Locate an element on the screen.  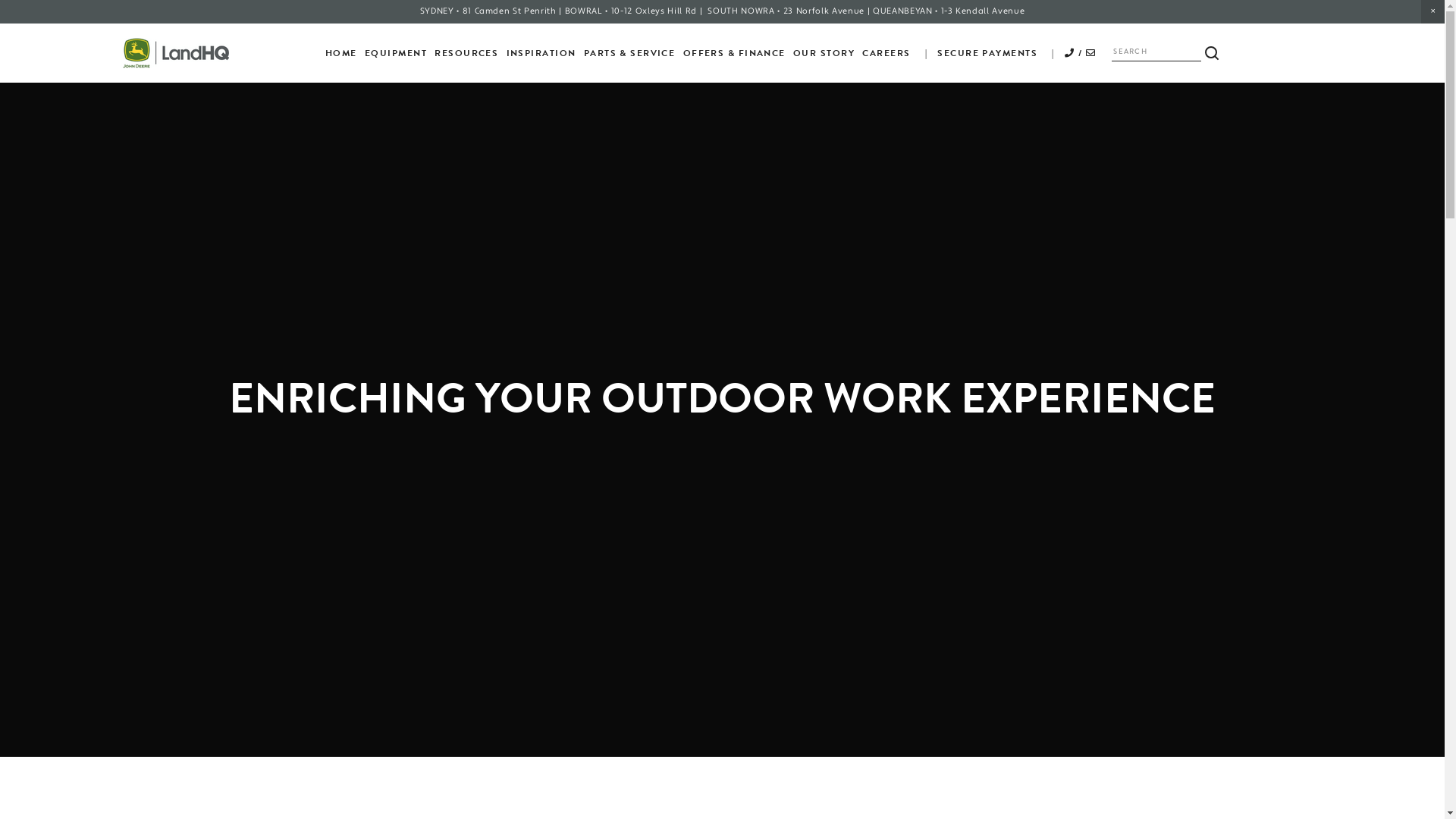
'EQUIPMENT' is located at coordinates (396, 52).